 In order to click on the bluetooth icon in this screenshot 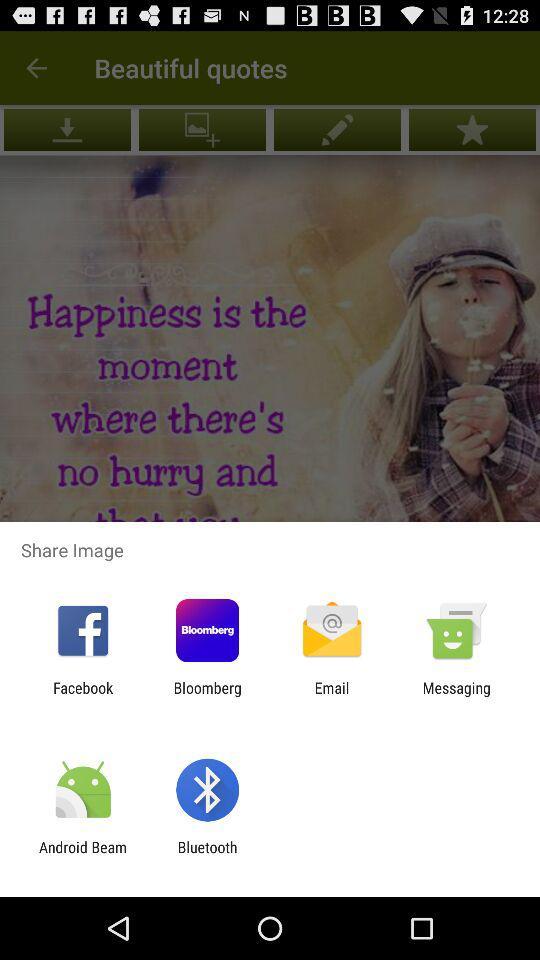, I will do `click(206, 855)`.